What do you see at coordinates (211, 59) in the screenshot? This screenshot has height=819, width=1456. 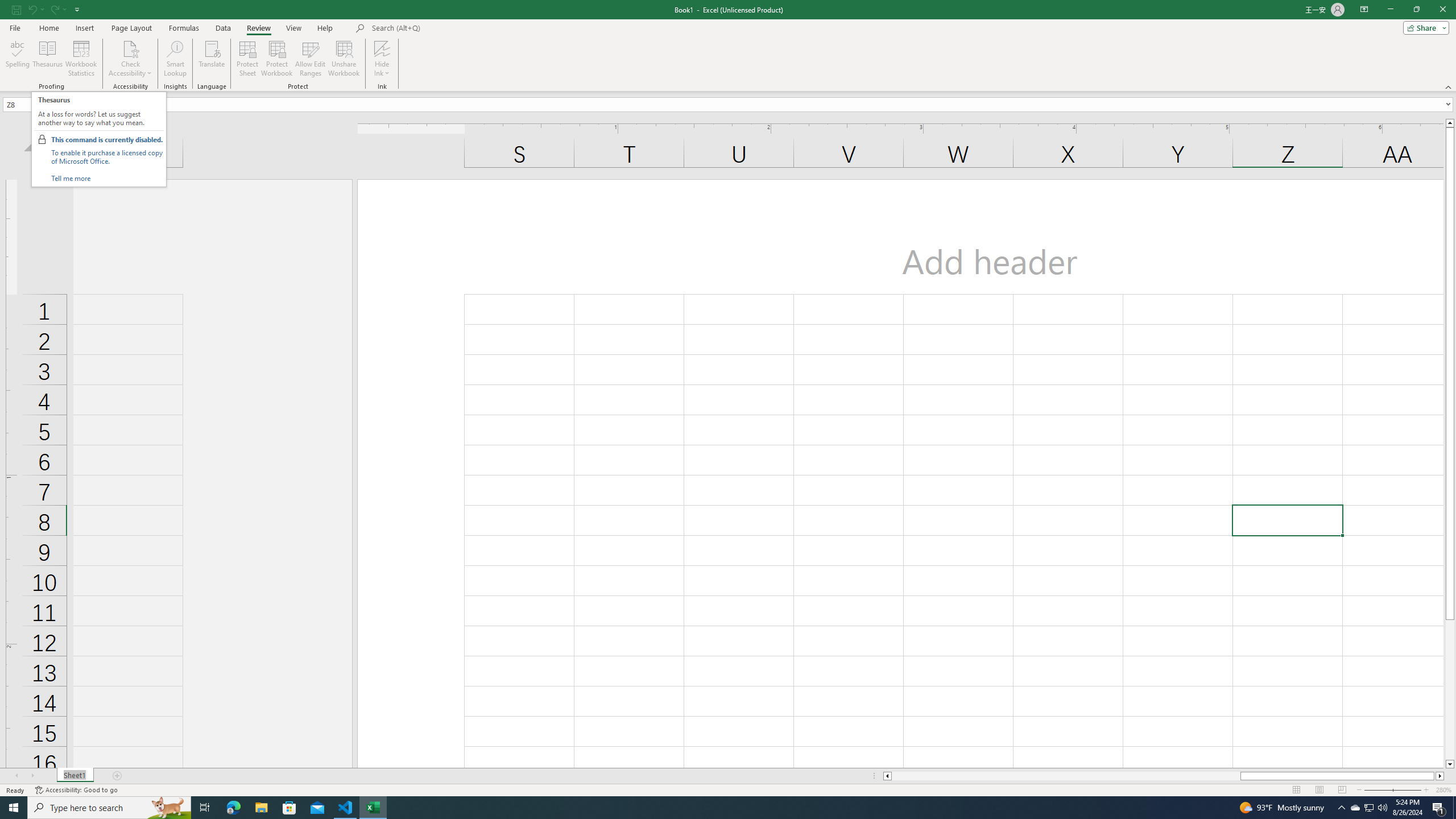 I see `'Translate'` at bounding box center [211, 59].